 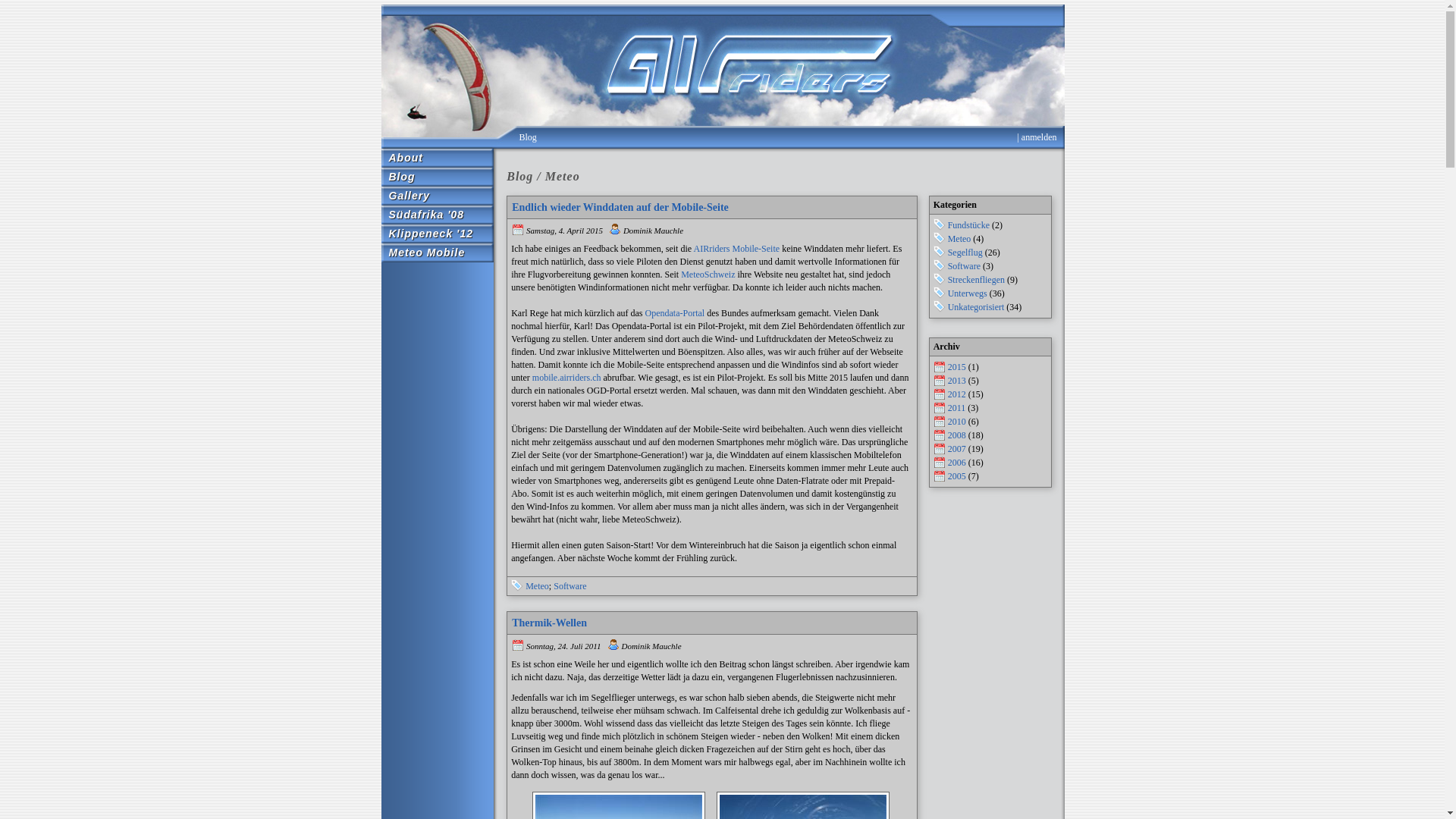 What do you see at coordinates (436, 174) in the screenshot?
I see `'Blog'` at bounding box center [436, 174].